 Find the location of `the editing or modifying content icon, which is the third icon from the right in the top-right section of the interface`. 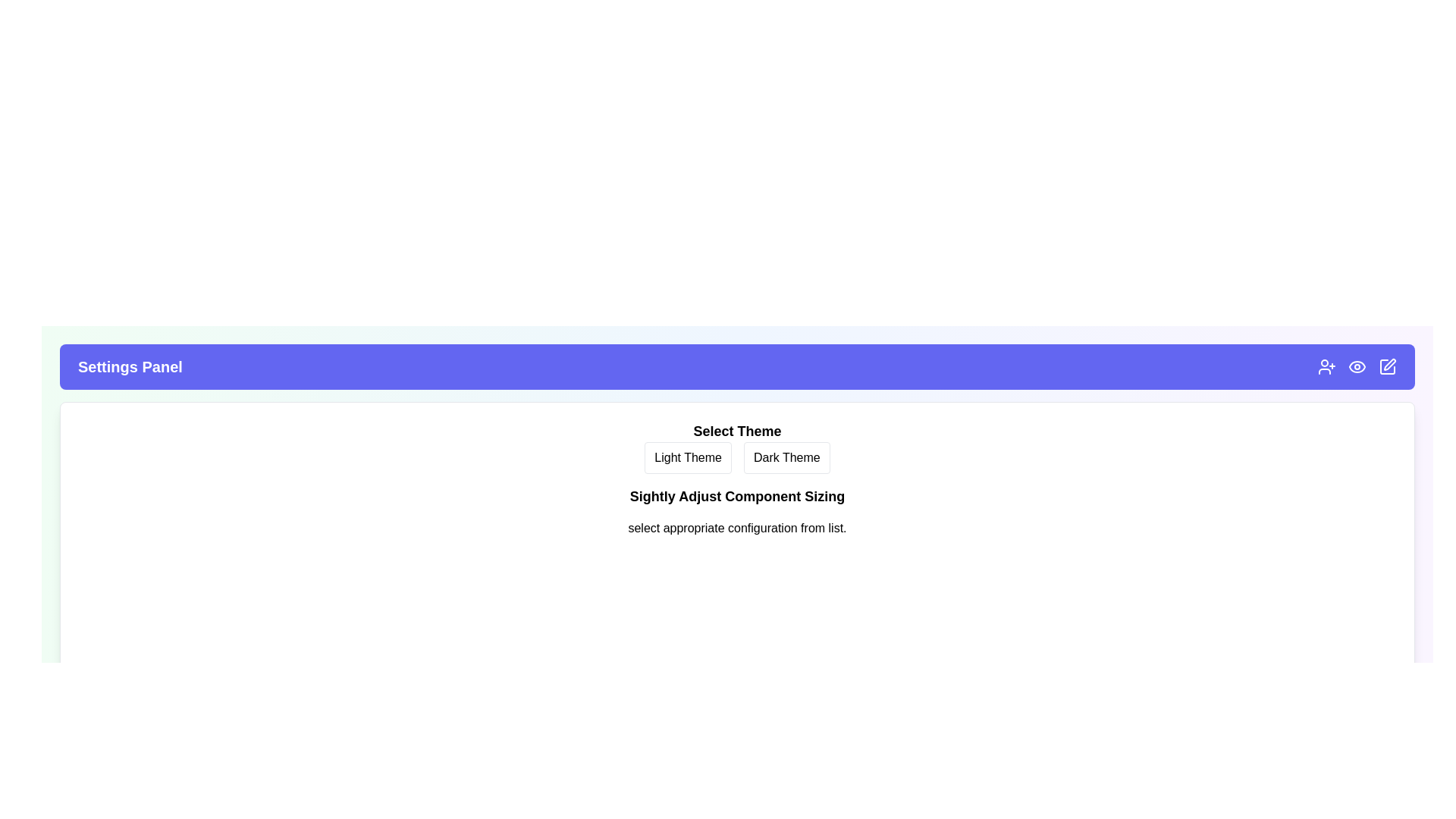

the editing or modifying content icon, which is the third icon from the right in the top-right section of the interface is located at coordinates (1387, 366).